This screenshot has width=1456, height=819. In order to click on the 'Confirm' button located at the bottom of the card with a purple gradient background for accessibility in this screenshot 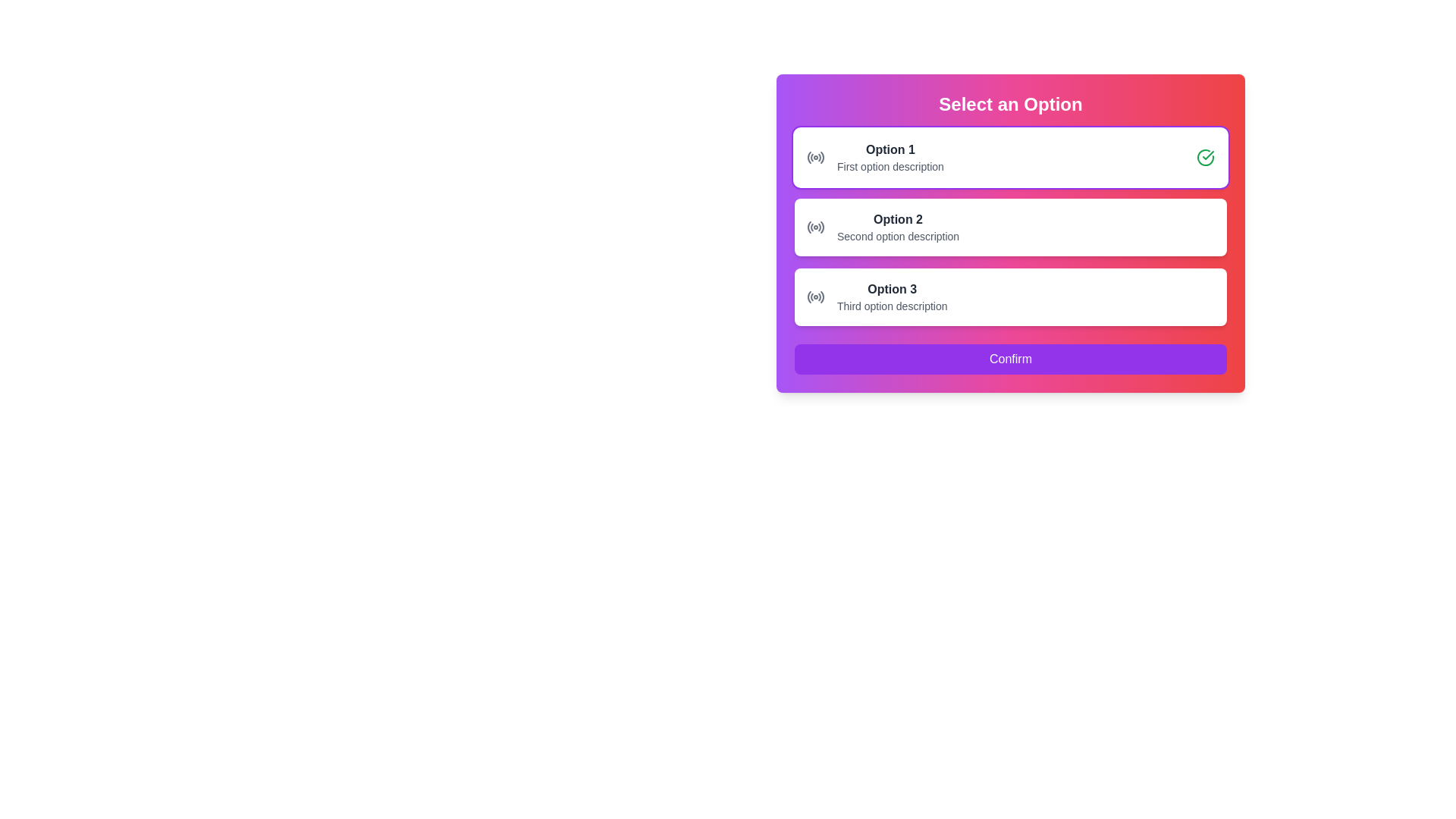, I will do `click(1011, 359)`.